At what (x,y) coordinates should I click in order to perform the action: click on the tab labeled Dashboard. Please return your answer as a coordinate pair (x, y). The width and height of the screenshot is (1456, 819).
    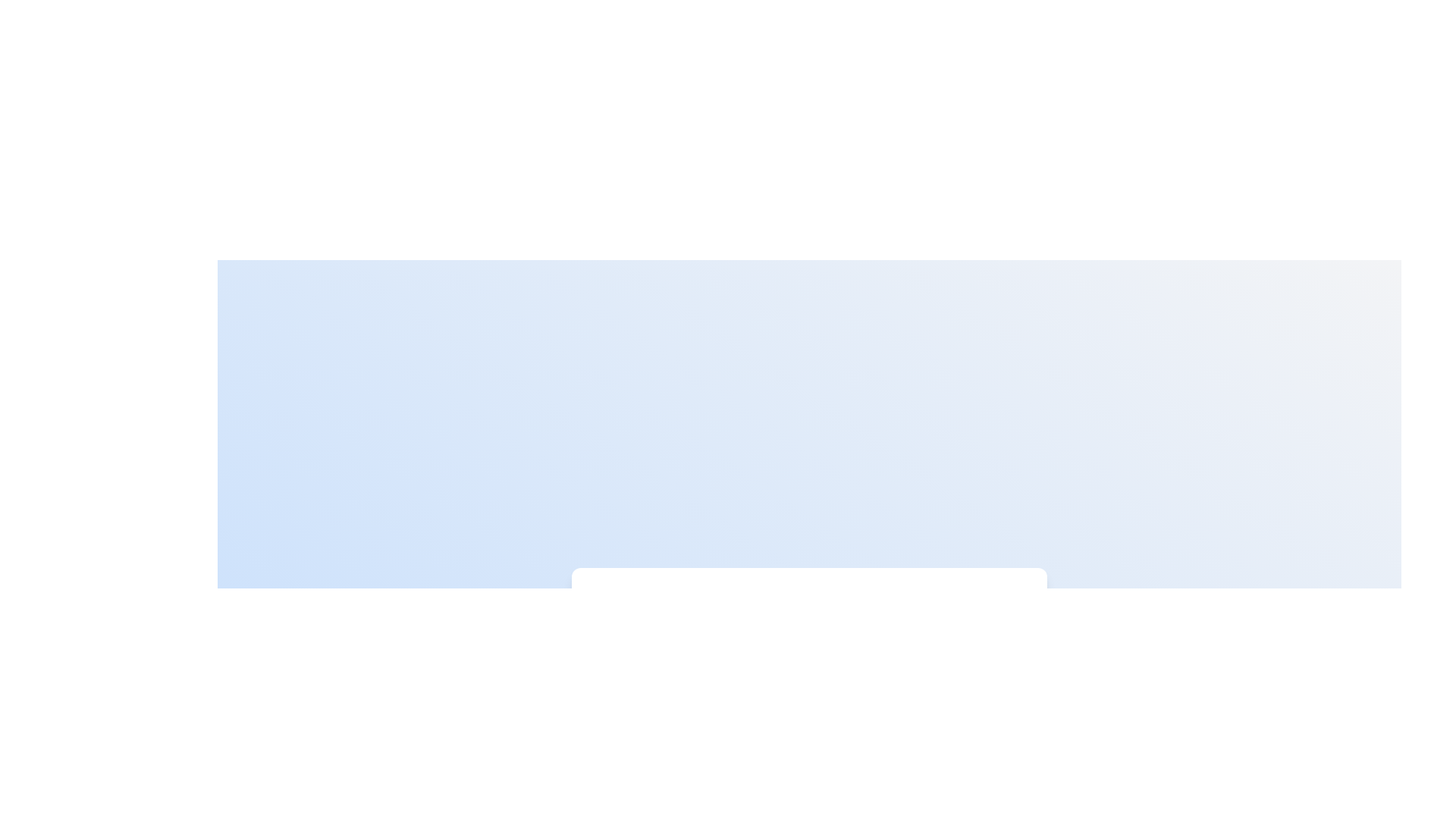
    Looking at the image, I should click on (656, 612).